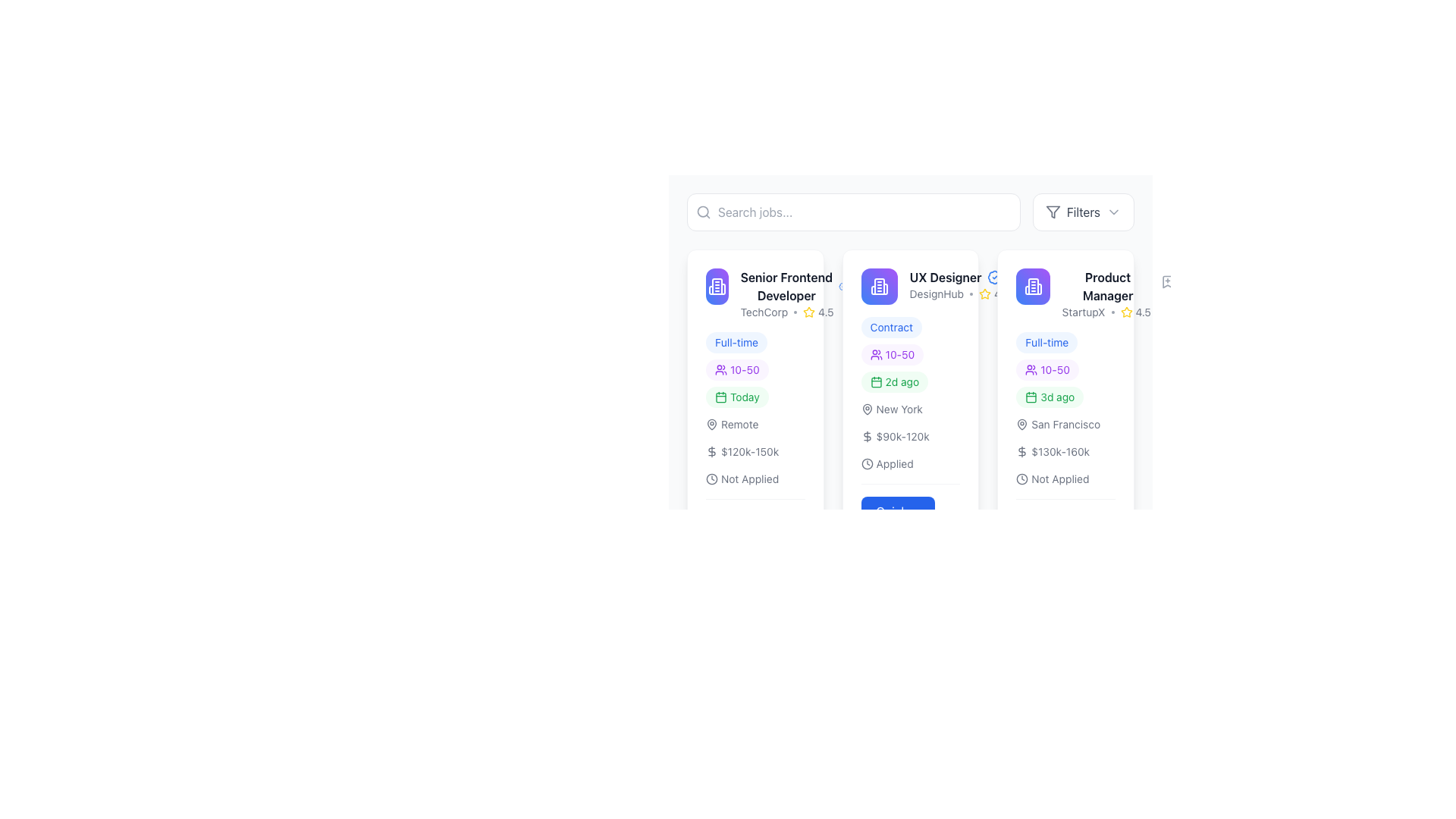 Image resolution: width=1456 pixels, height=819 pixels. What do you see at coordinates (879, 287) in the screenshot?
I see `the icon representing the 'UX Designer' role, located at the top-left corner of the card` at bounding box center [879, 287].